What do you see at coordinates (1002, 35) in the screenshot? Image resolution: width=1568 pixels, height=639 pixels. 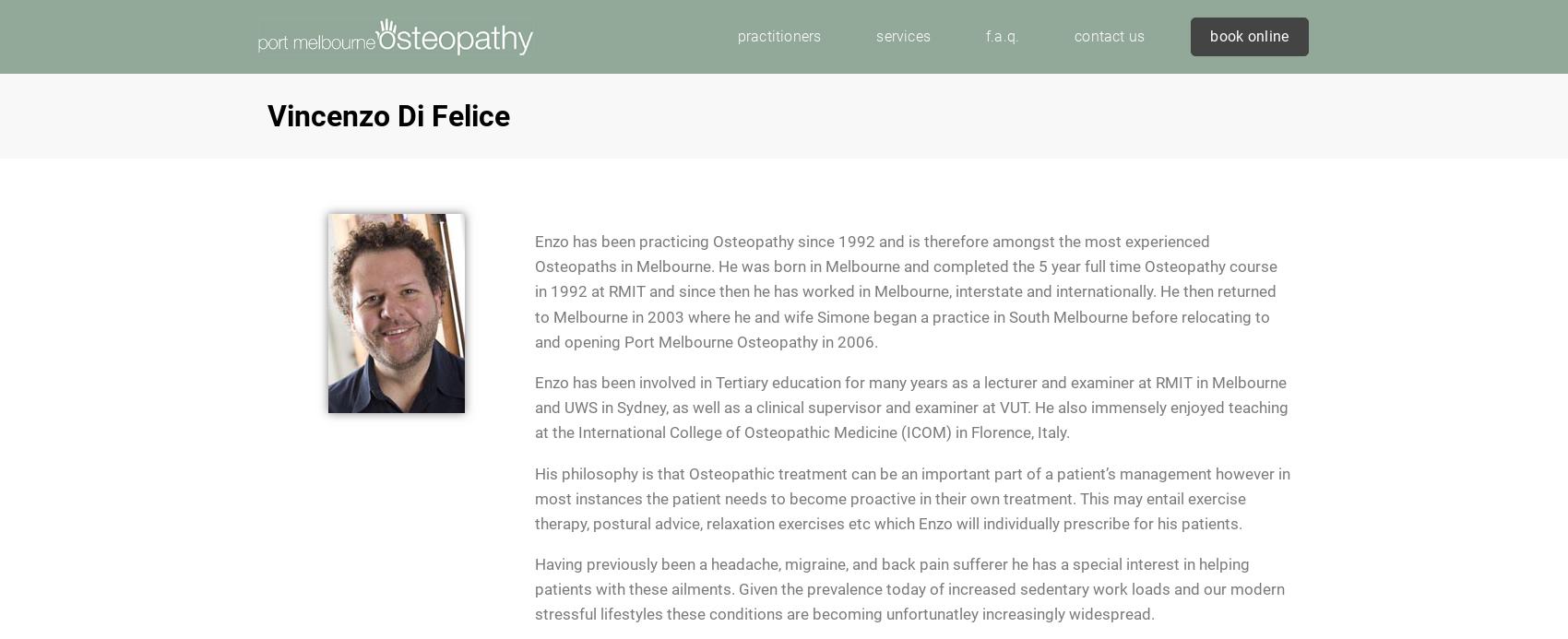 I see `'f.a.q.'` at bounding box center [1002, 35].